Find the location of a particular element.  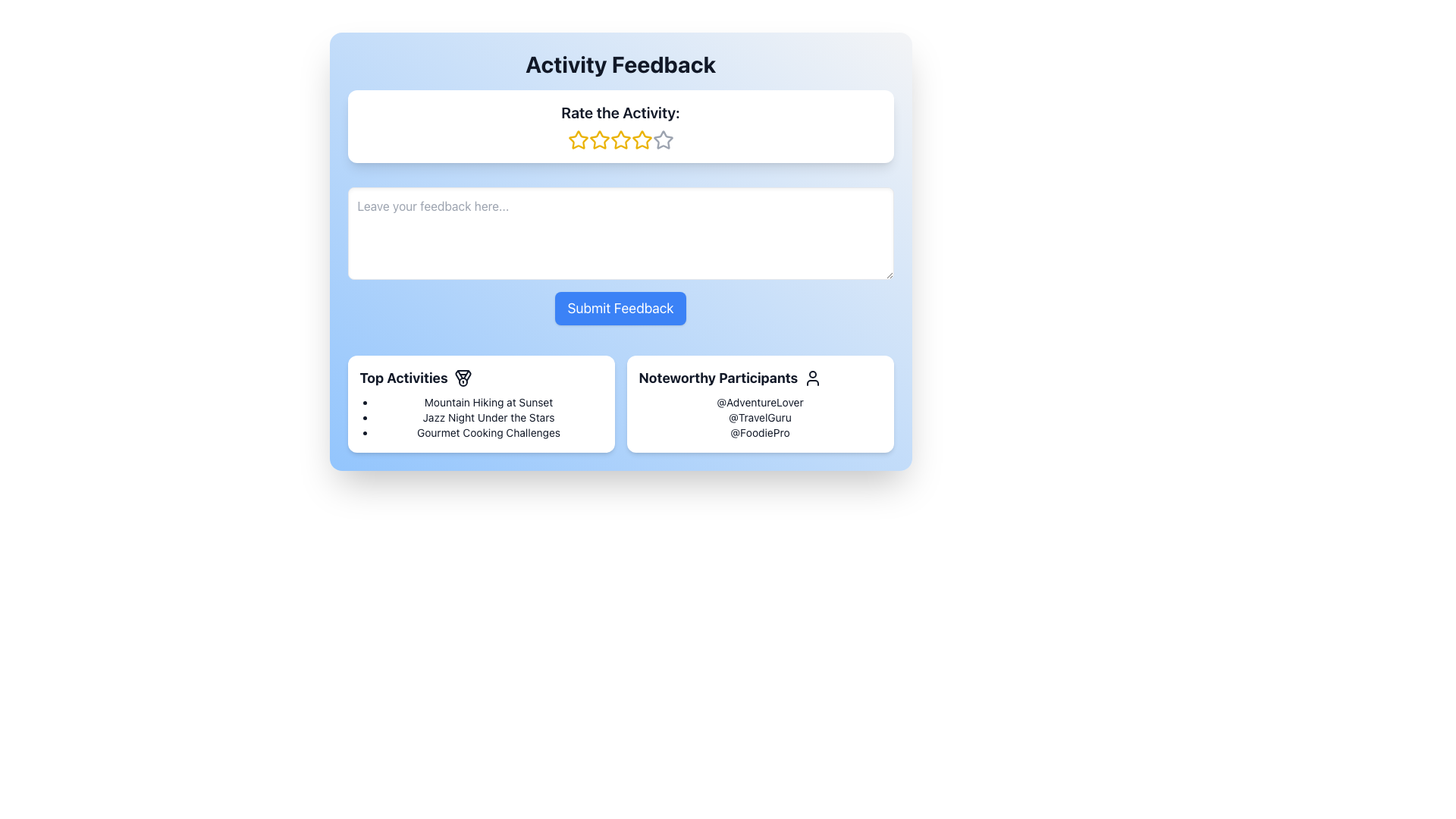

the text element that provides information about 'Mountain Hiking at Sunset,' which is the first item in the 'Top Activities' list is located at coordinates (488, 402).